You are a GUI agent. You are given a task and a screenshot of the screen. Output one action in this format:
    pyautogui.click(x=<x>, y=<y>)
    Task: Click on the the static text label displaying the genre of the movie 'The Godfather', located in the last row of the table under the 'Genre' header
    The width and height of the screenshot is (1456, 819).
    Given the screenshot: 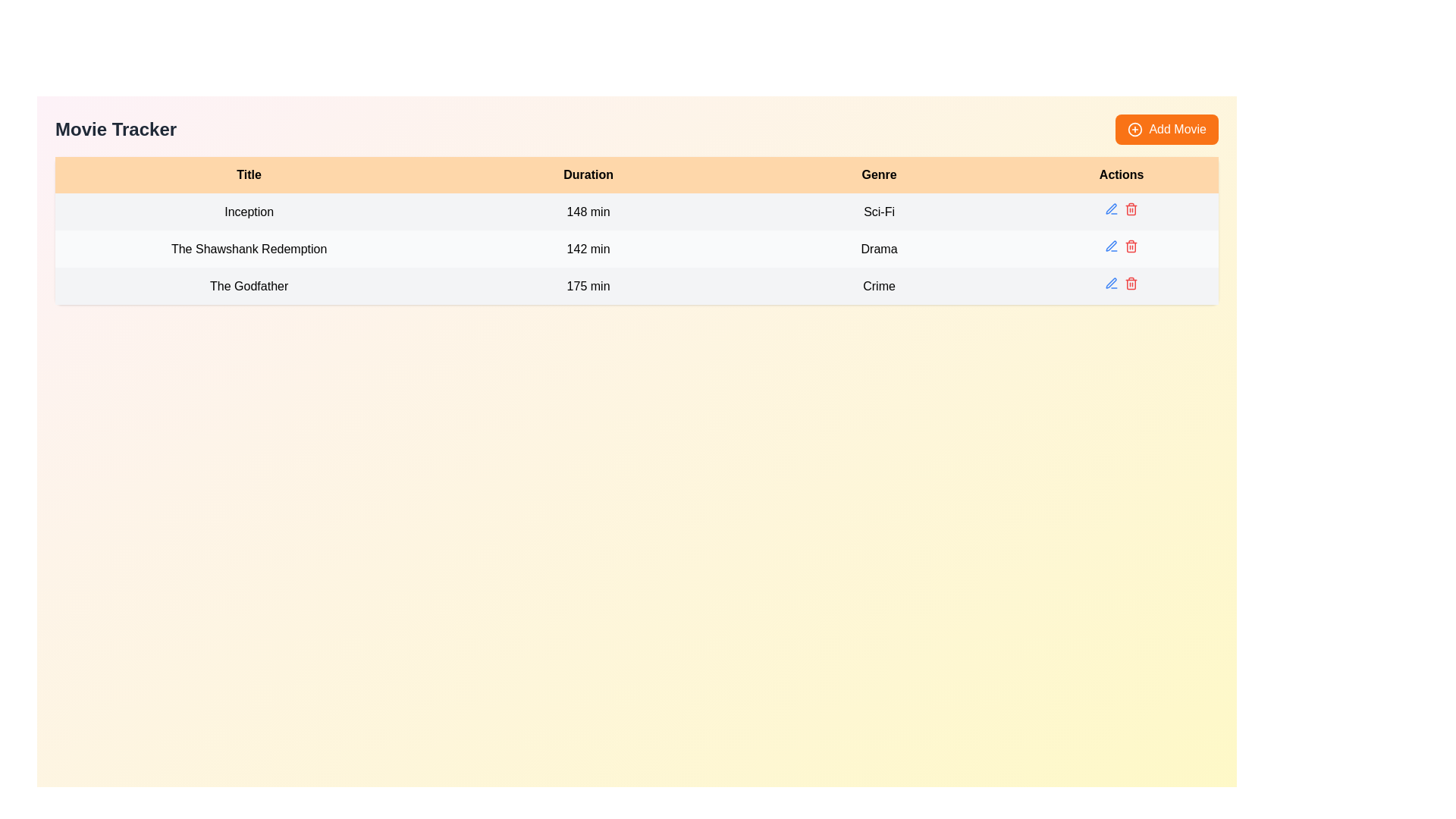 What is the action you would take?
    pyautogui.click(x=879, y=286)
    